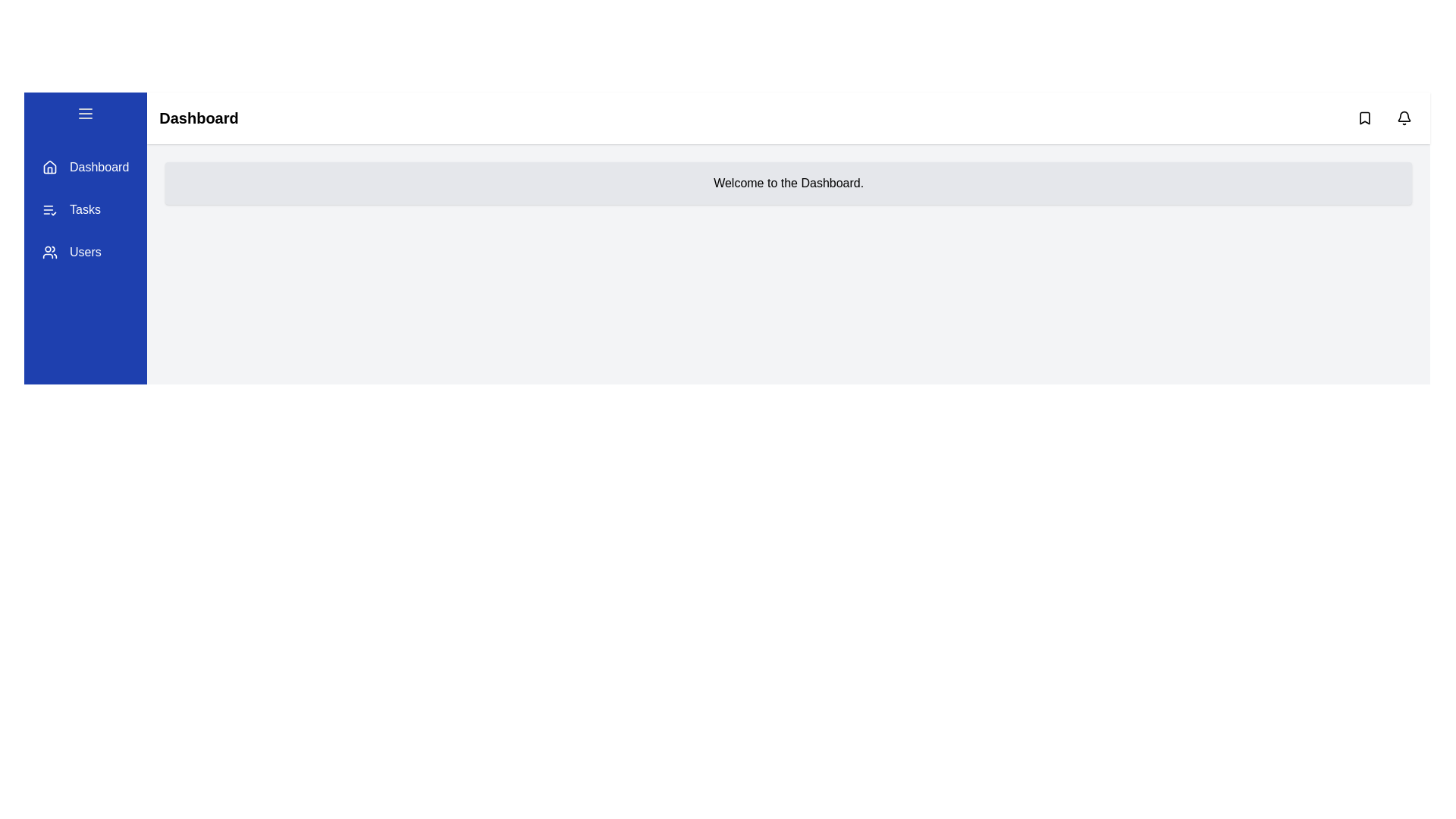 The height and width of the screenshot is (819, 1456). I want to click on the 'Dashboard' icon (House) located in the left sidebar, so click(50, 167).